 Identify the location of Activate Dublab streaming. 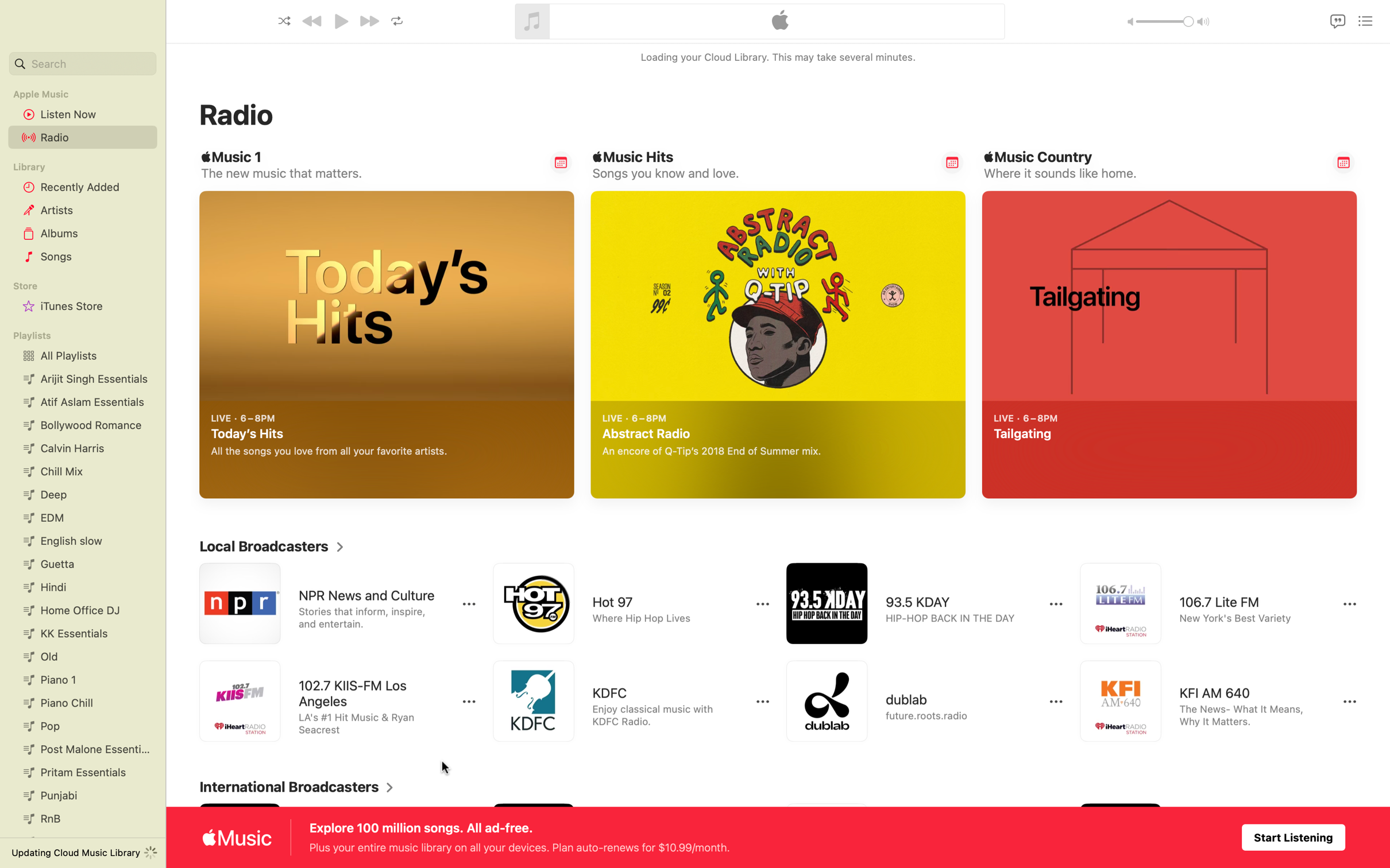
(914, 701).